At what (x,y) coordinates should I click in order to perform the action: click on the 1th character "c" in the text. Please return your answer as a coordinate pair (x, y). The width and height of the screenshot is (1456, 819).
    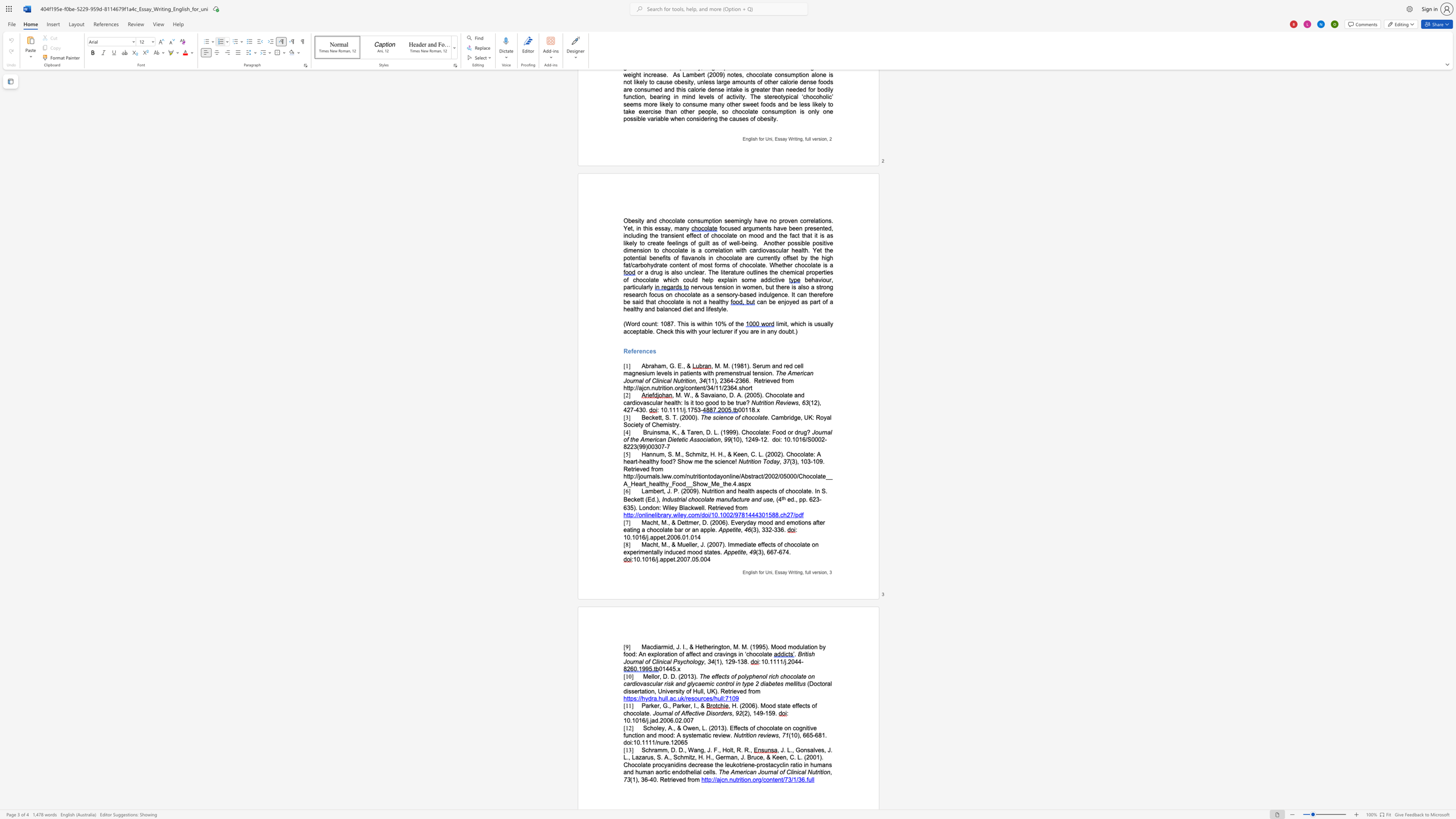
    Looking at the image, I should click on (690, 514).